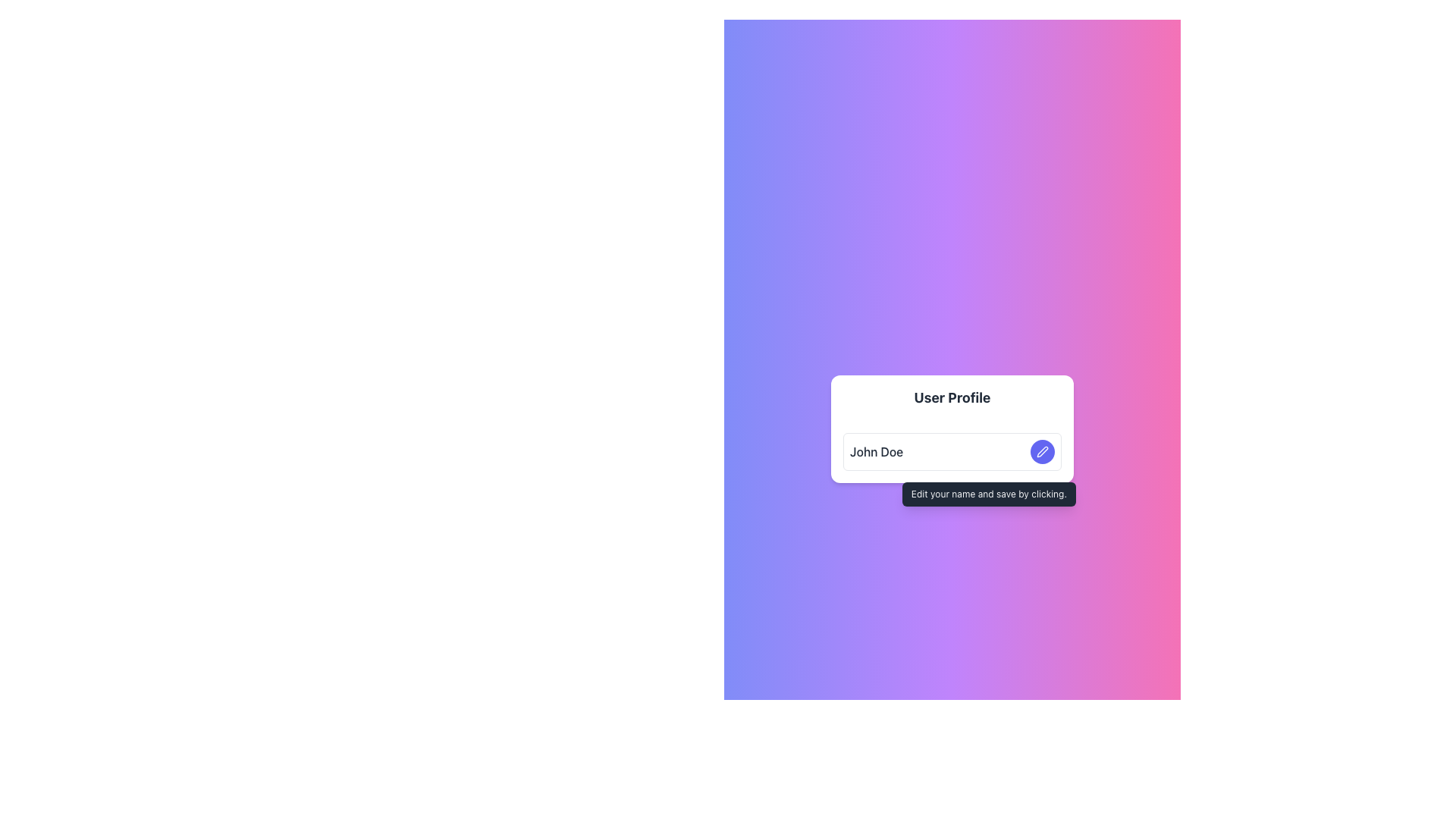  I want to click on the static text label displaying 'John Doe' within the user profile interface, so click(877, 451).